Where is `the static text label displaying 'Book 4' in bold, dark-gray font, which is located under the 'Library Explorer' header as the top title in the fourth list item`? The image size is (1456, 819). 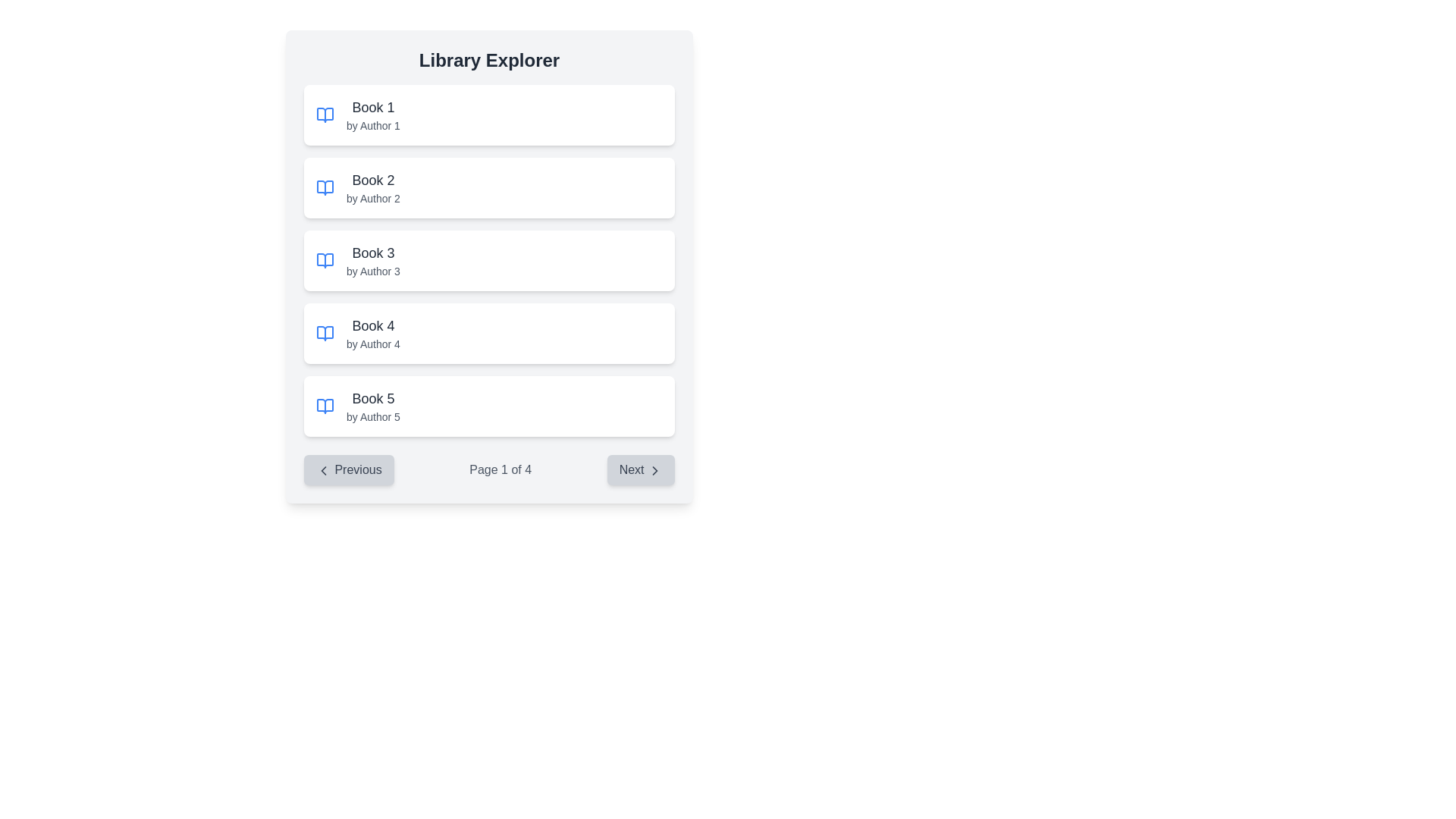 the static text label displaying 'Book 4' in bold, dark-gray font, which is located under the 'Library Explorer' header as the top title in the fourth list item is located at coordinates (373, 325).